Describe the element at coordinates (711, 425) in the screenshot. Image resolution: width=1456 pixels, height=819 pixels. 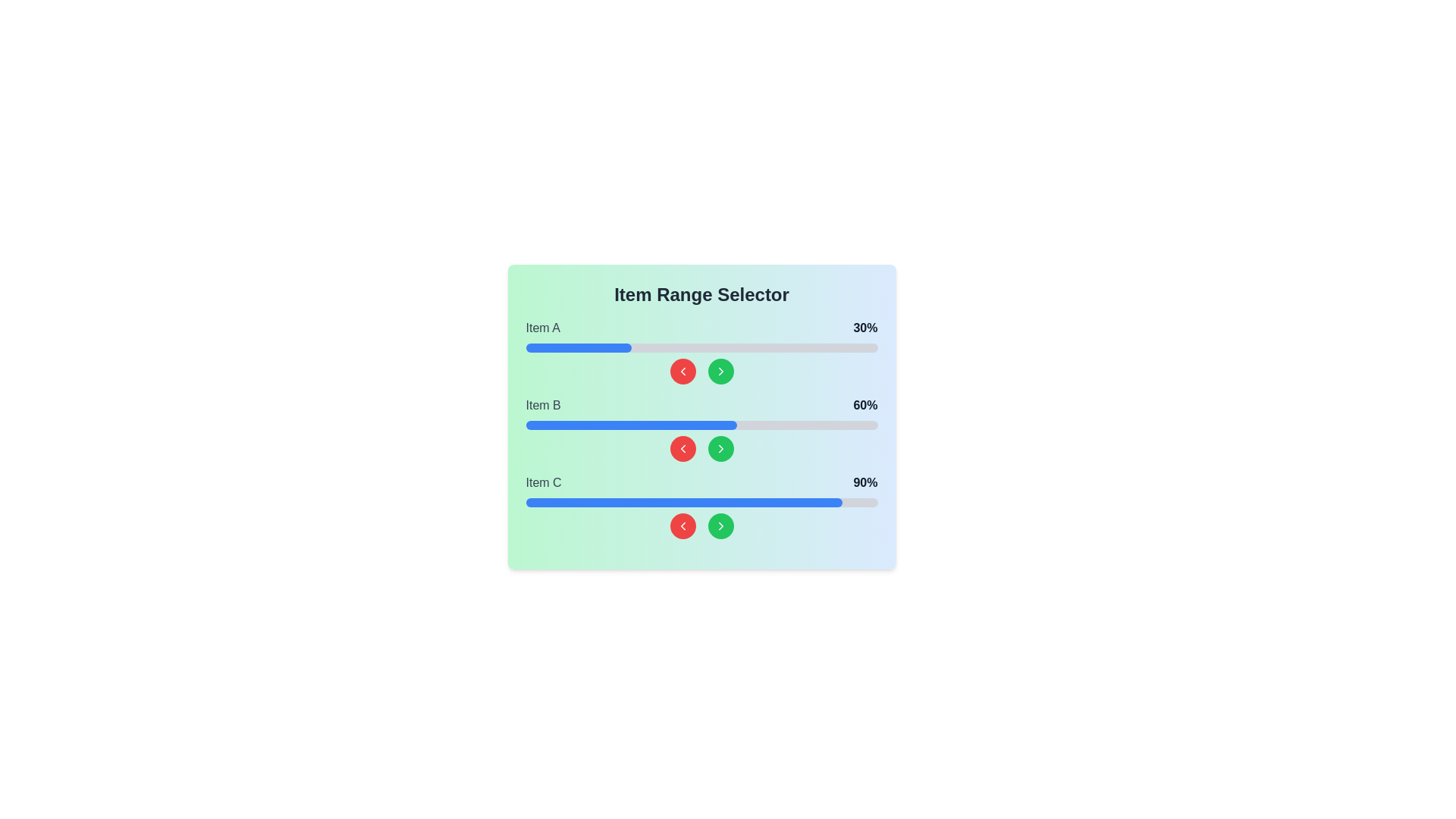
I see `the slider` at that location.